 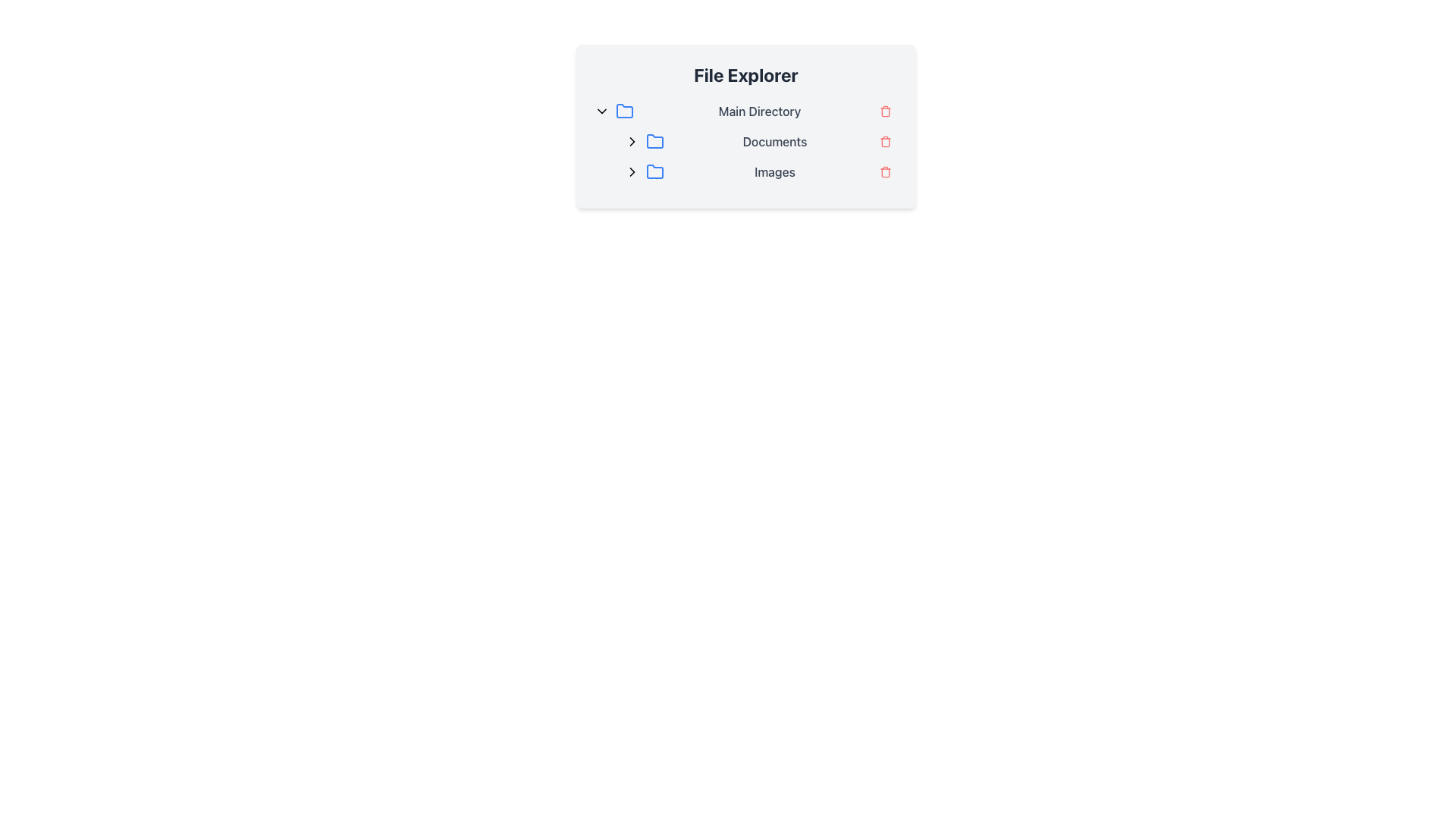 I want to click on the 'Documents' text label in the file explorer, which serves as a label for the folder and is located in the second entry of the file list, so click(x=775, y=141).